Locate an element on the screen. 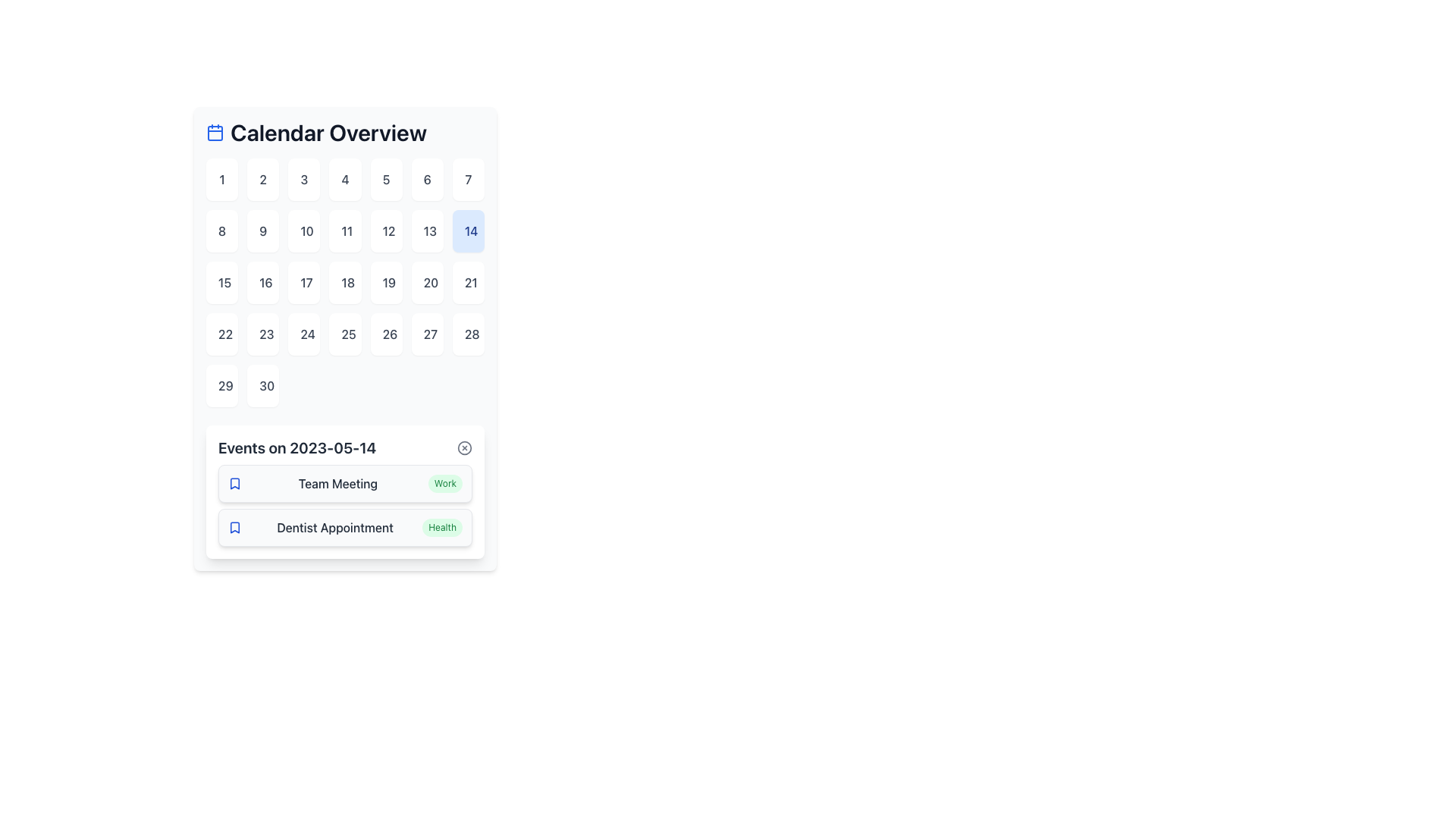 Image resolution: width=1456 pixels, height=819 pixels. the numeric button displaying '9' in the calendar grid is located at coordinates (263, 231).